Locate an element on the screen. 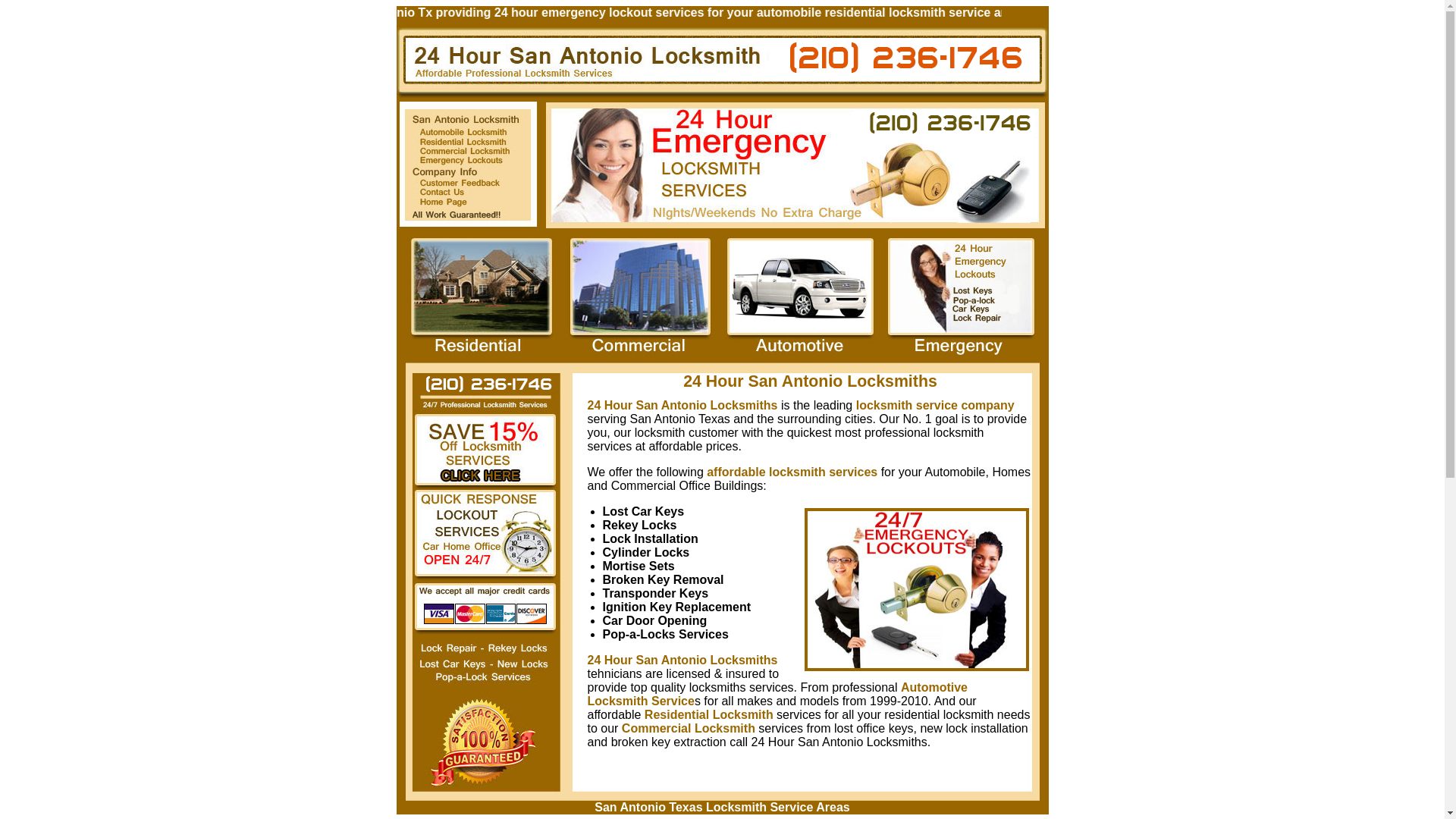  'affordable locksmith services' is located at coordinates (705, 471).